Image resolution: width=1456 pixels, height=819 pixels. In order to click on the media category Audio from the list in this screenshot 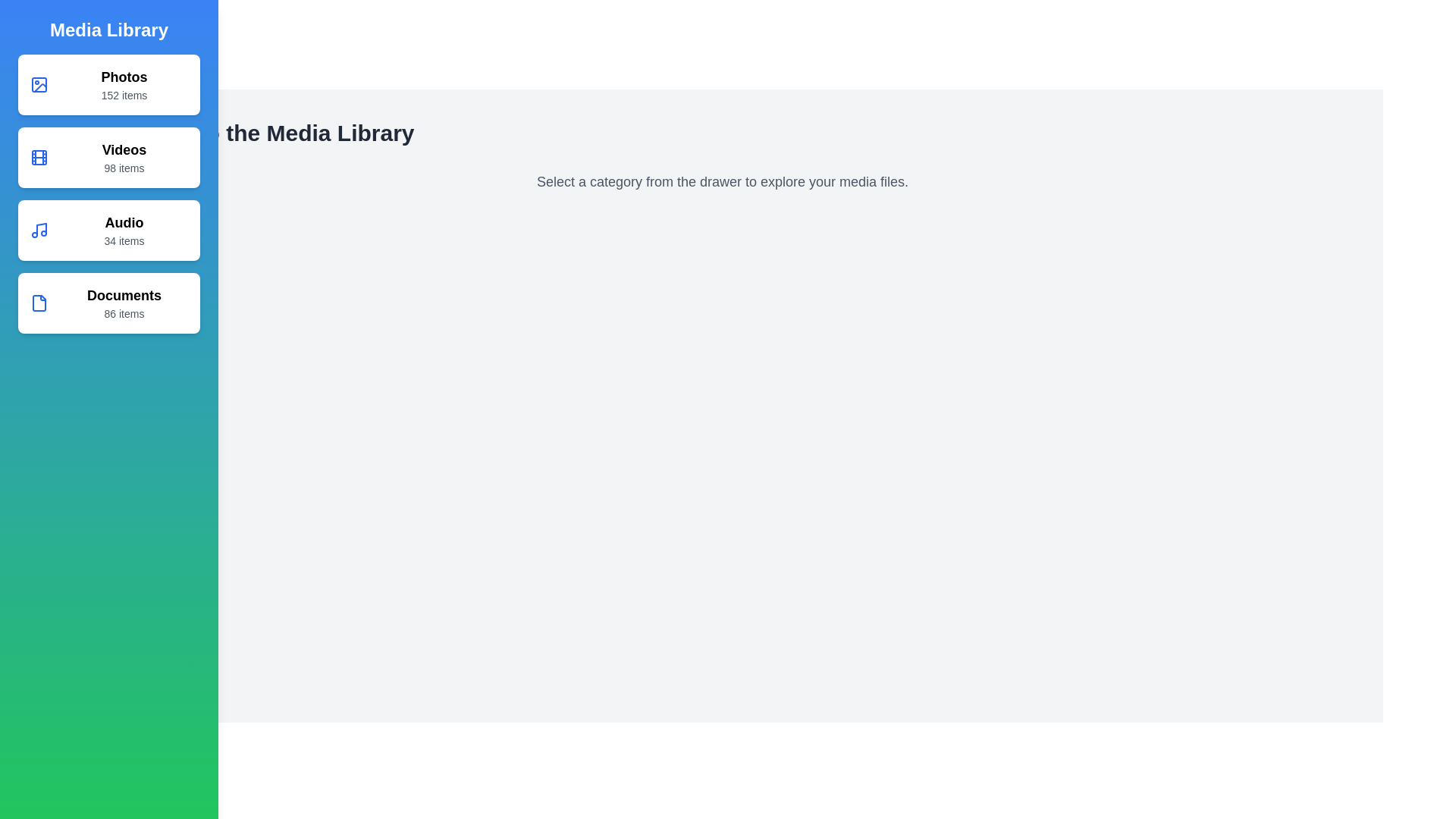, I will do `click(108, 231)`.